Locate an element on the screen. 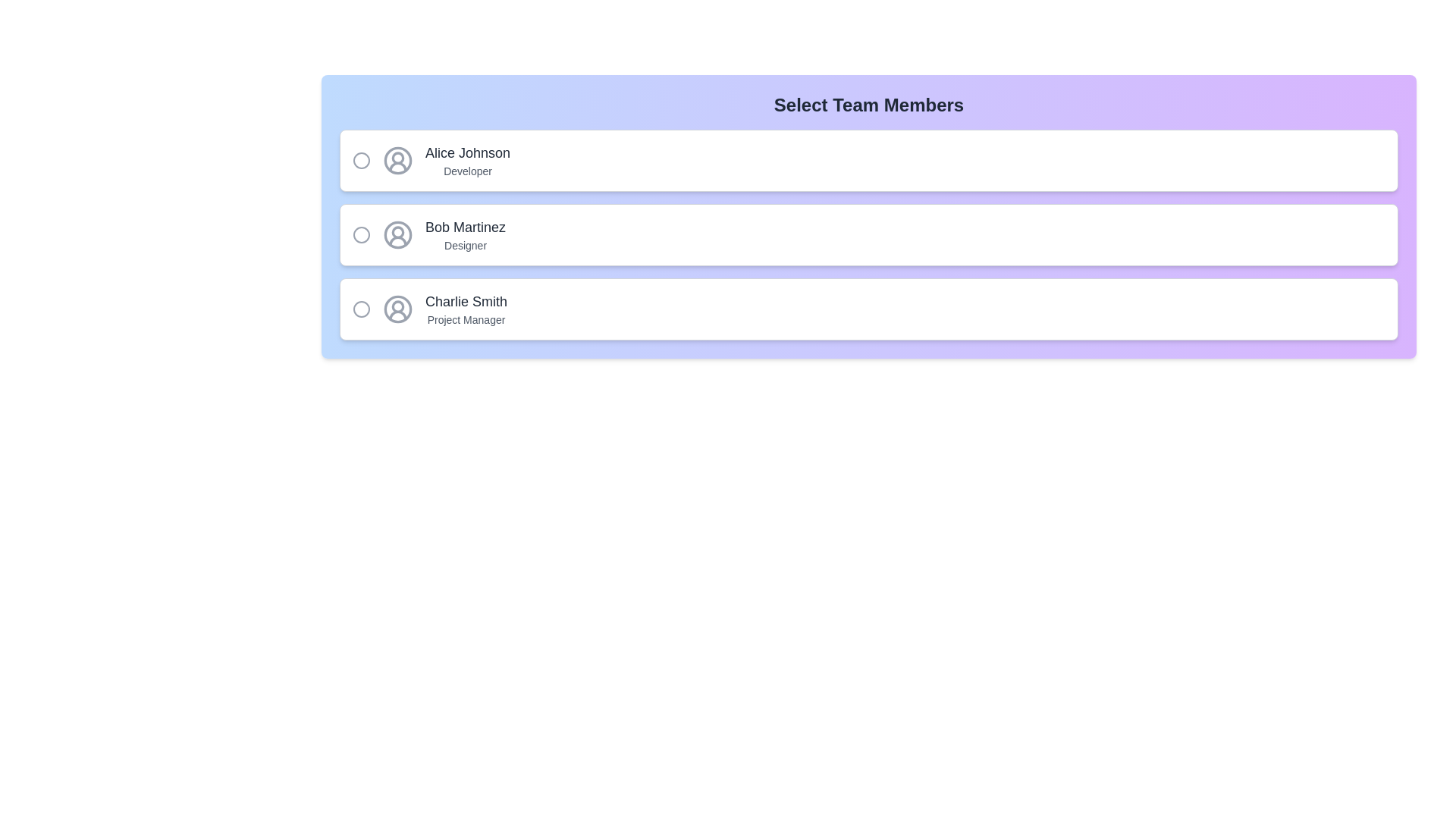  the Text Label that describes the role or position of the team member 'Alice Johnson', located below the name label in the first entry of the team member list is located at coordinates (467, 171).